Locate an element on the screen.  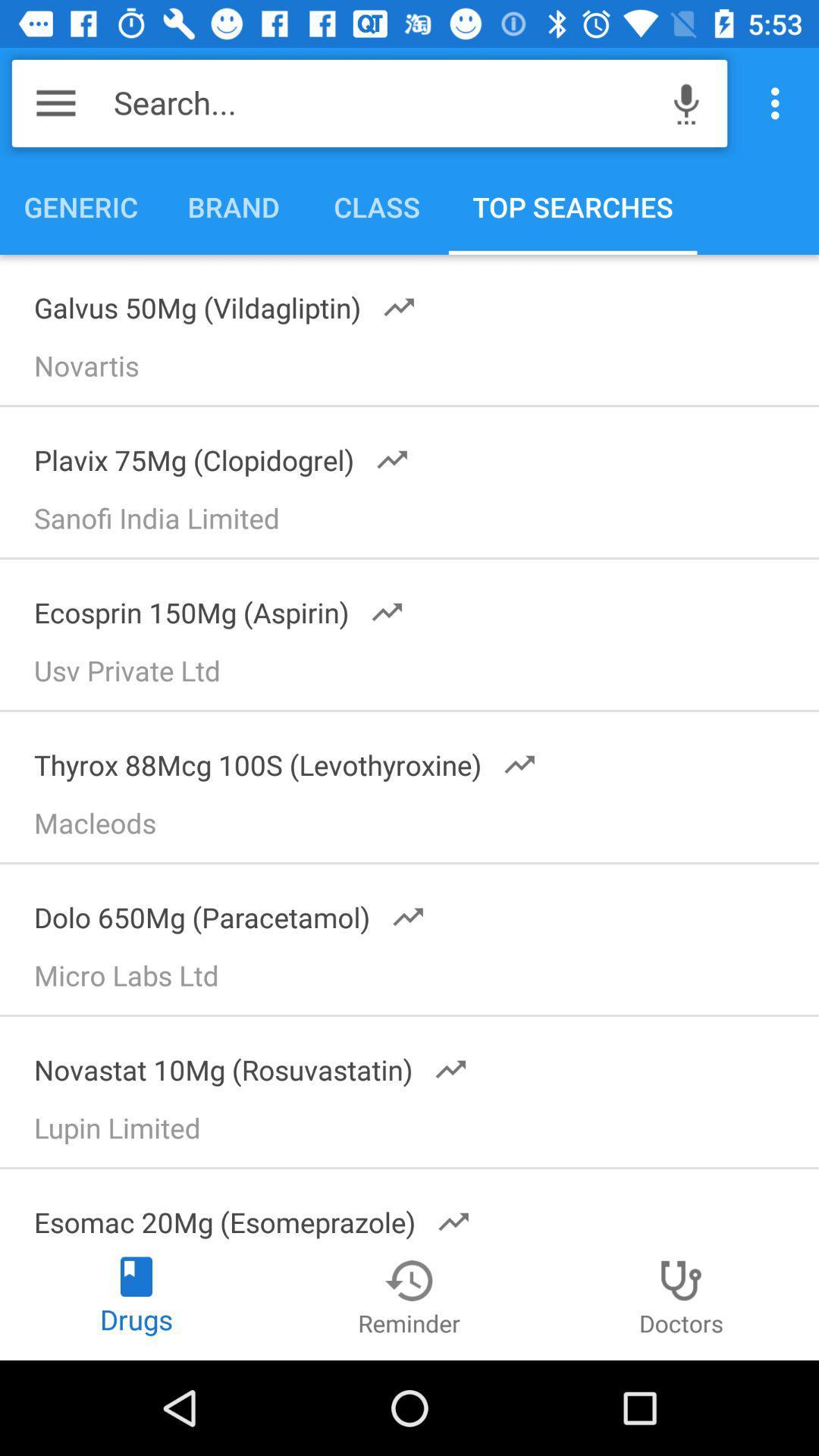
the sanofi india limited is located at coordinates (416, 523).